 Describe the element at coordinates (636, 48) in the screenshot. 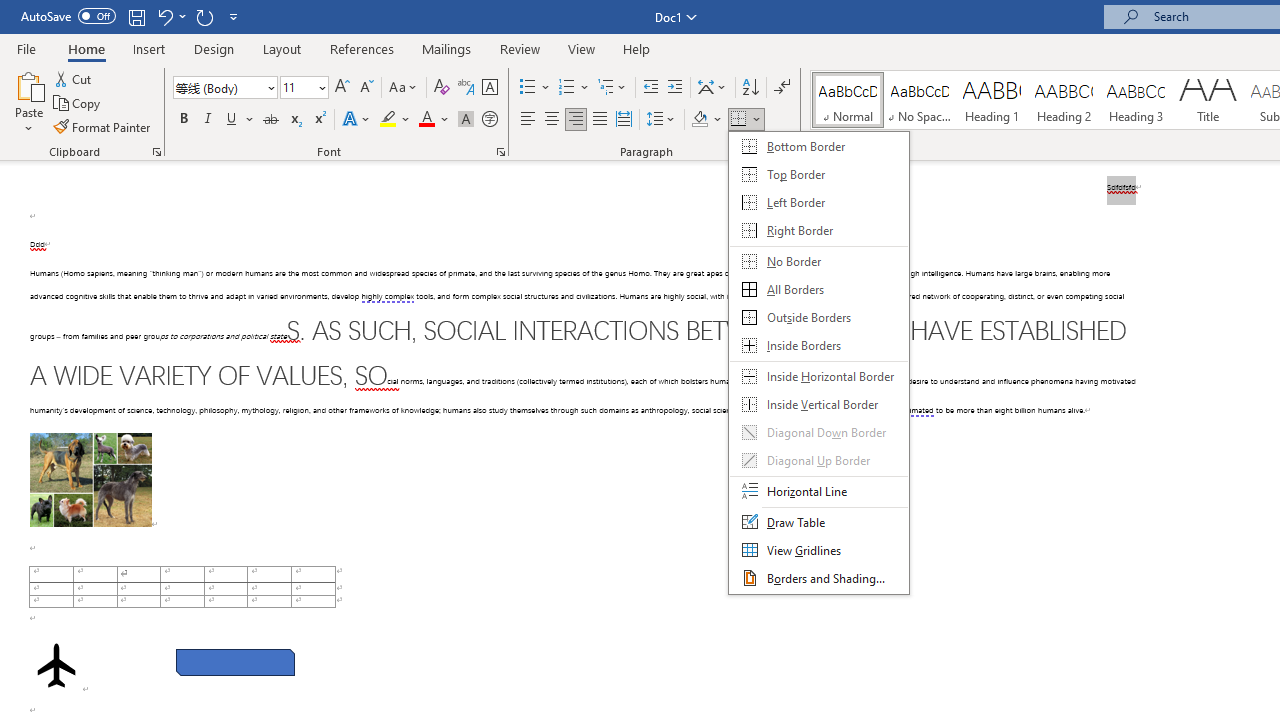

I see `'Help'` at that location.